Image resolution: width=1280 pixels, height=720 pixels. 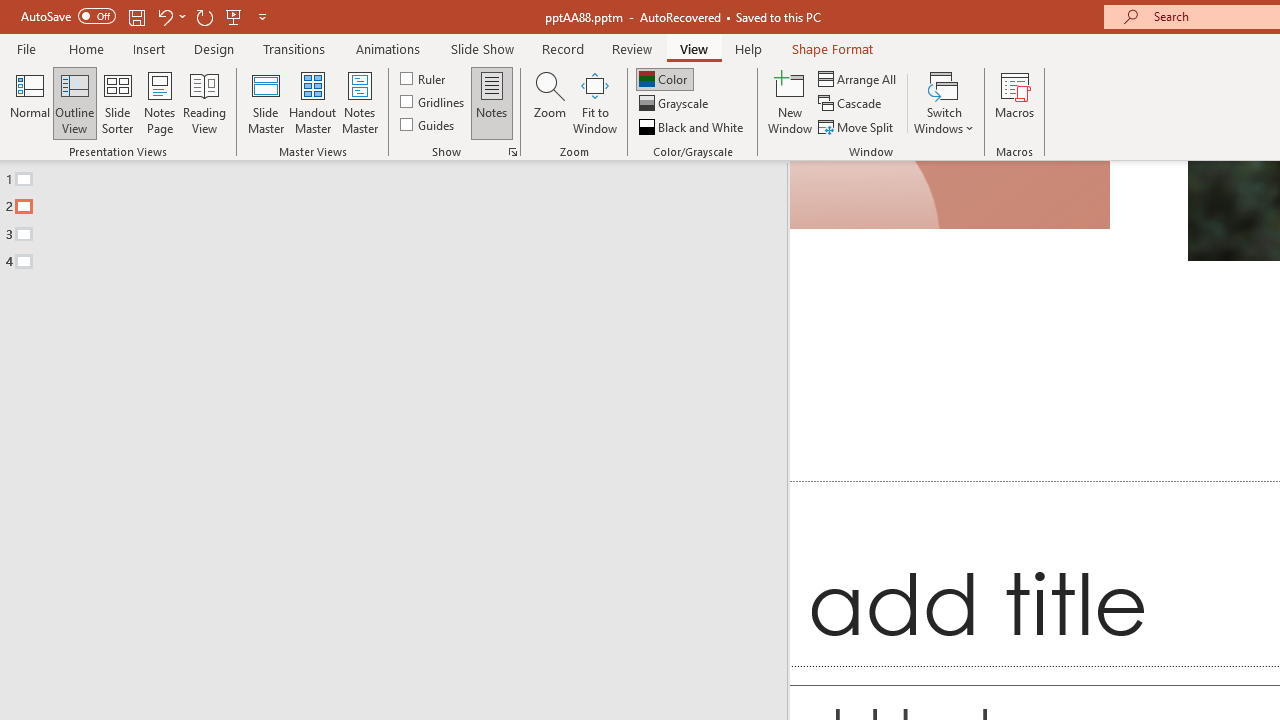 I want to click on 'Notes', so click(x=492, y=103).